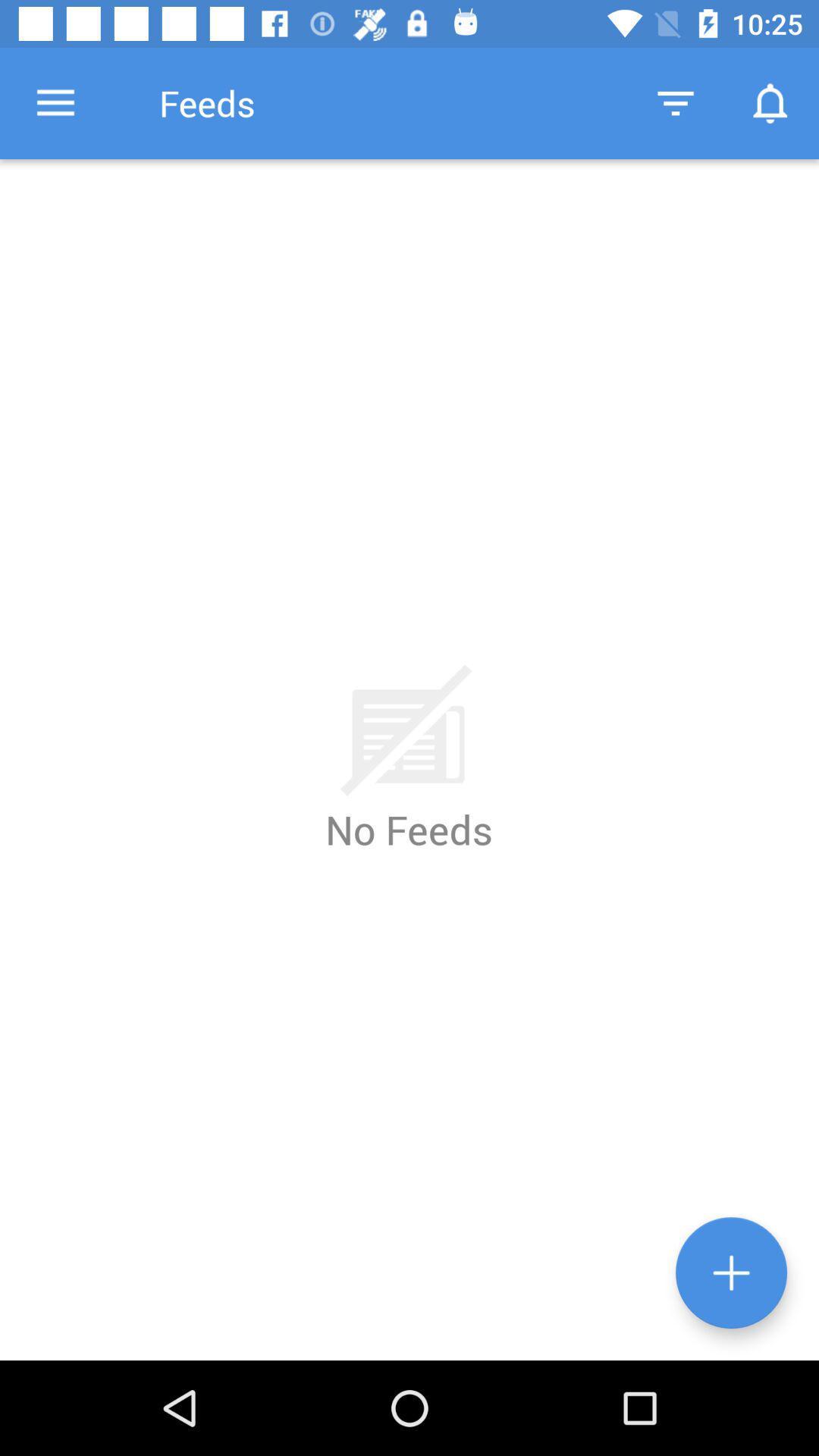  What do you see at coordinates (730, 1272) in the screenshot?
I see `the more options button` at bounding box center [730, 1272].